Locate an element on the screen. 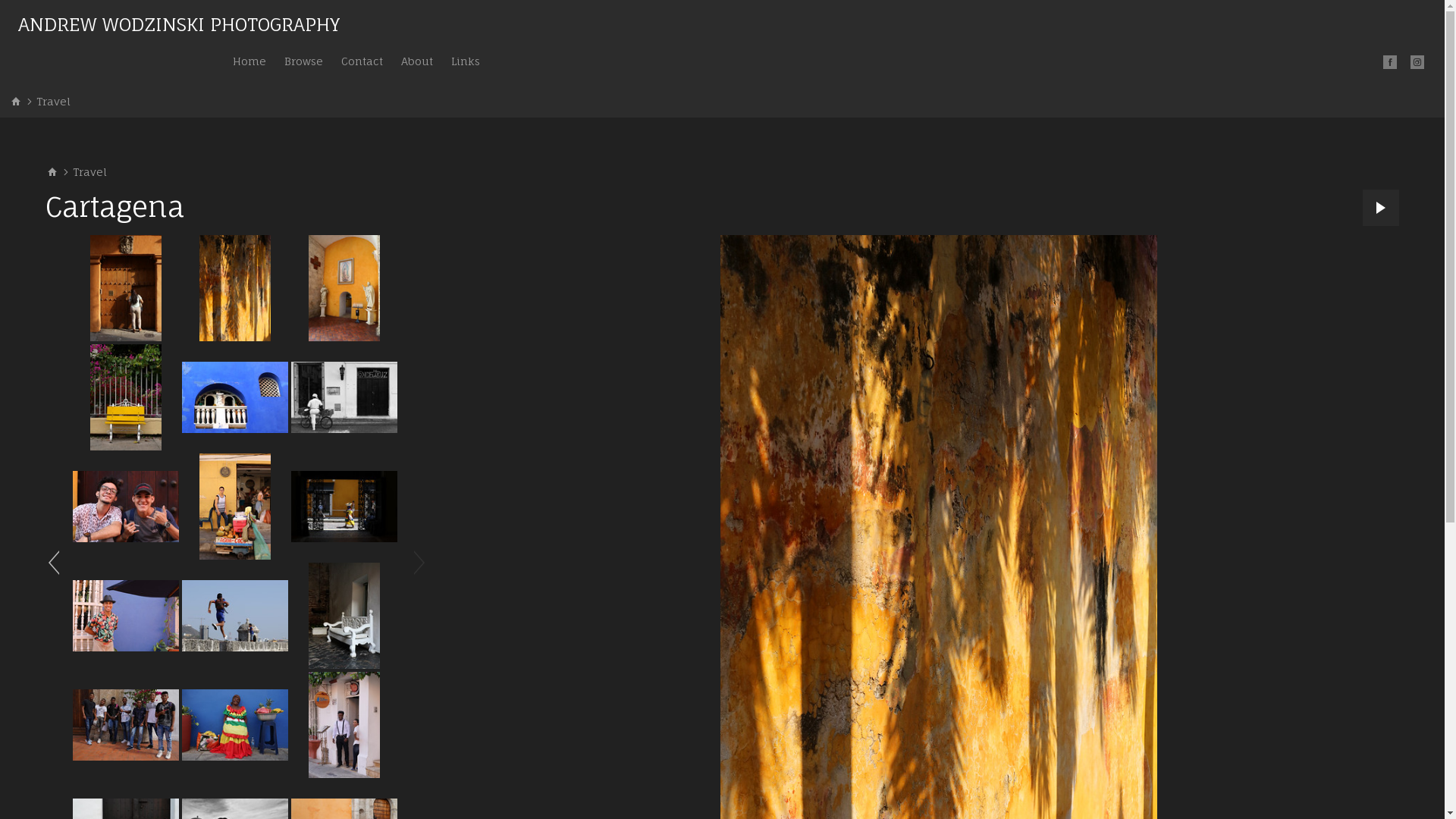  'Browse' is located at coordinates (303, 60).